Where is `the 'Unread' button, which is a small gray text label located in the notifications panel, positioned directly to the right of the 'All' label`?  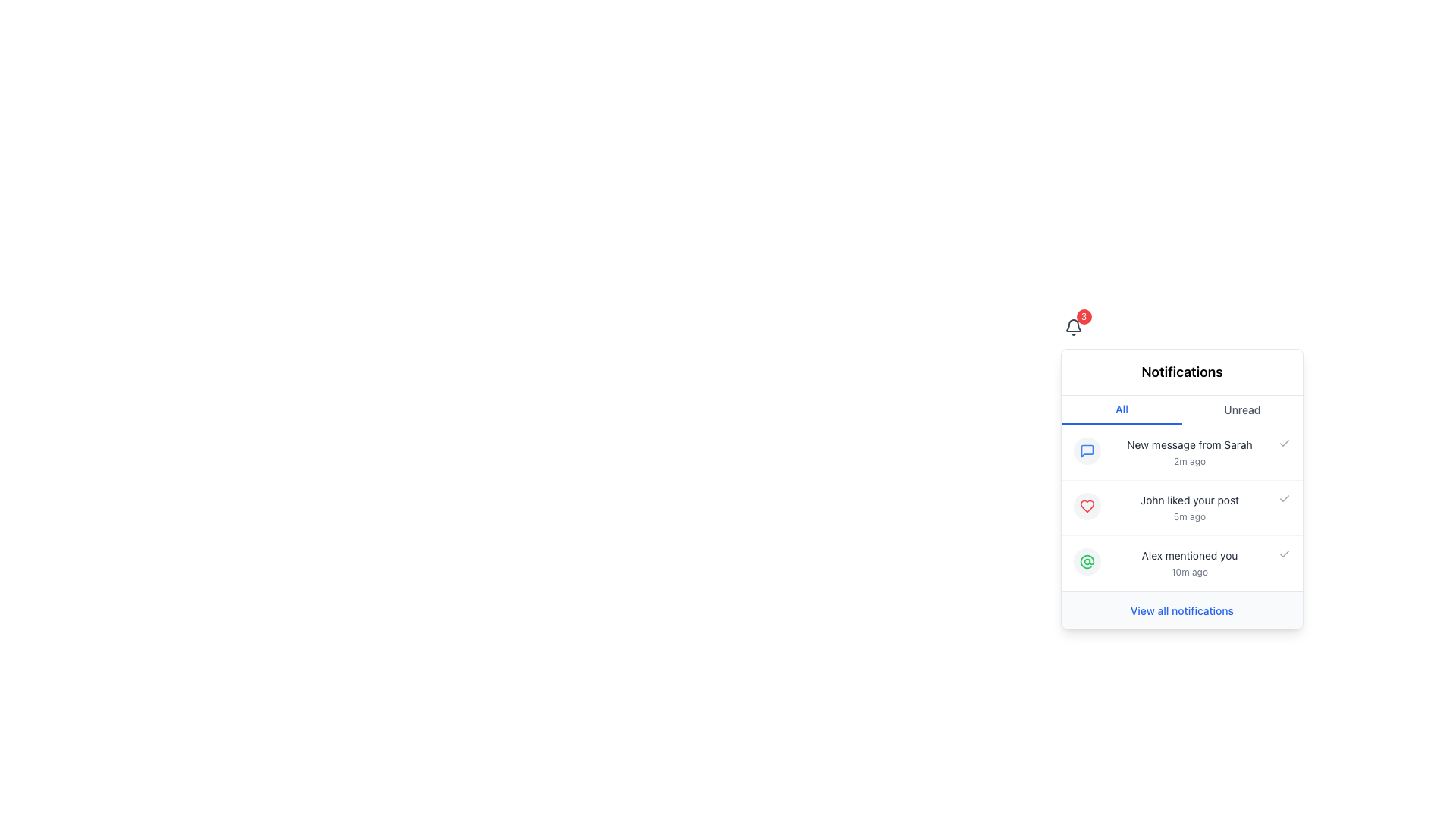 the 'Unread' button, which is a small gray text label located in the notifications panel, positioned directly to the right of the 'All' label is located at coordinates (1242, 409).